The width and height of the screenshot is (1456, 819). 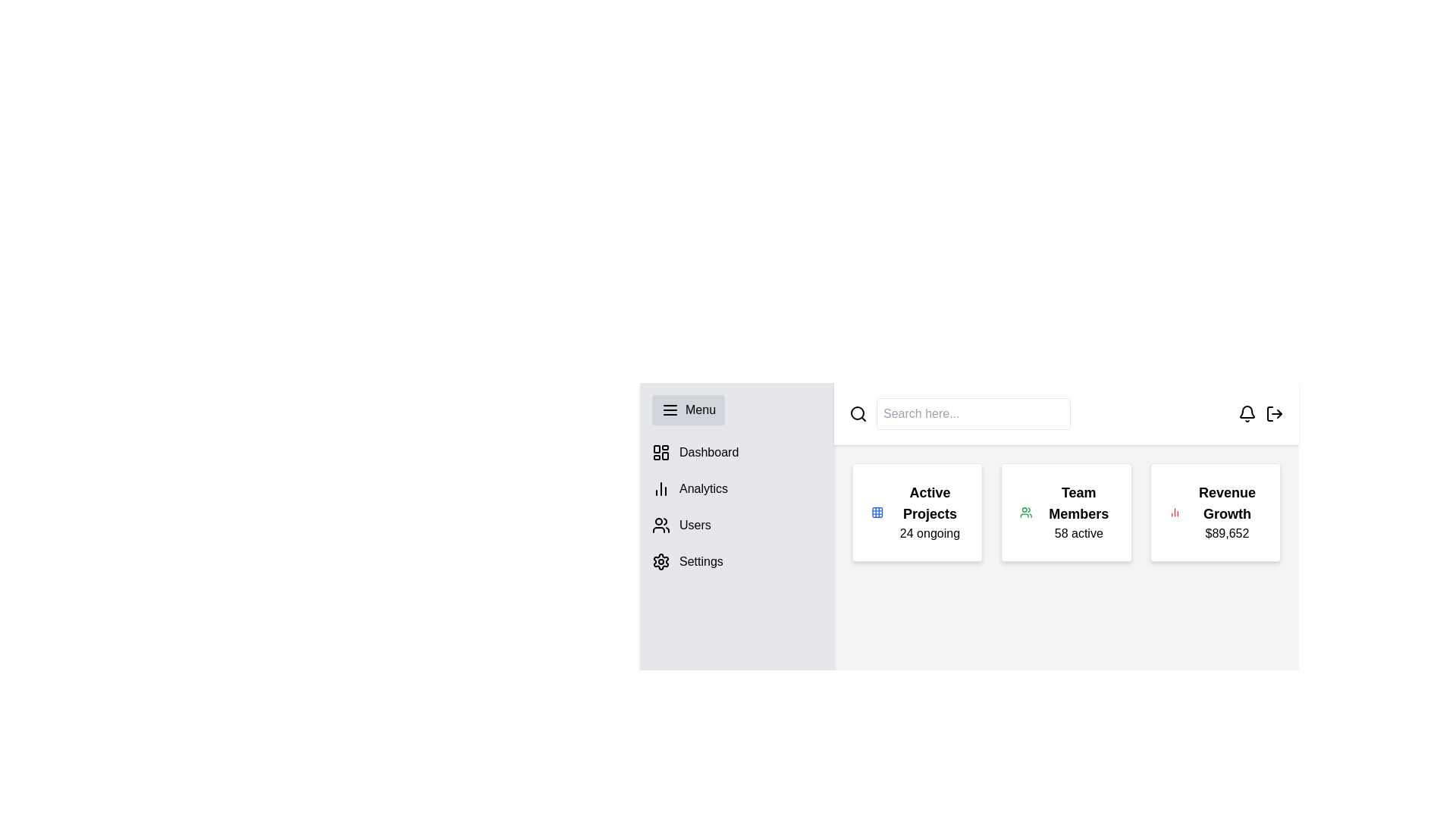 What do you see at coordinates (736, 525) in the screenshot?
I see `the 'Users' navigation link, which is the third item` at bounding box center [736, 525].